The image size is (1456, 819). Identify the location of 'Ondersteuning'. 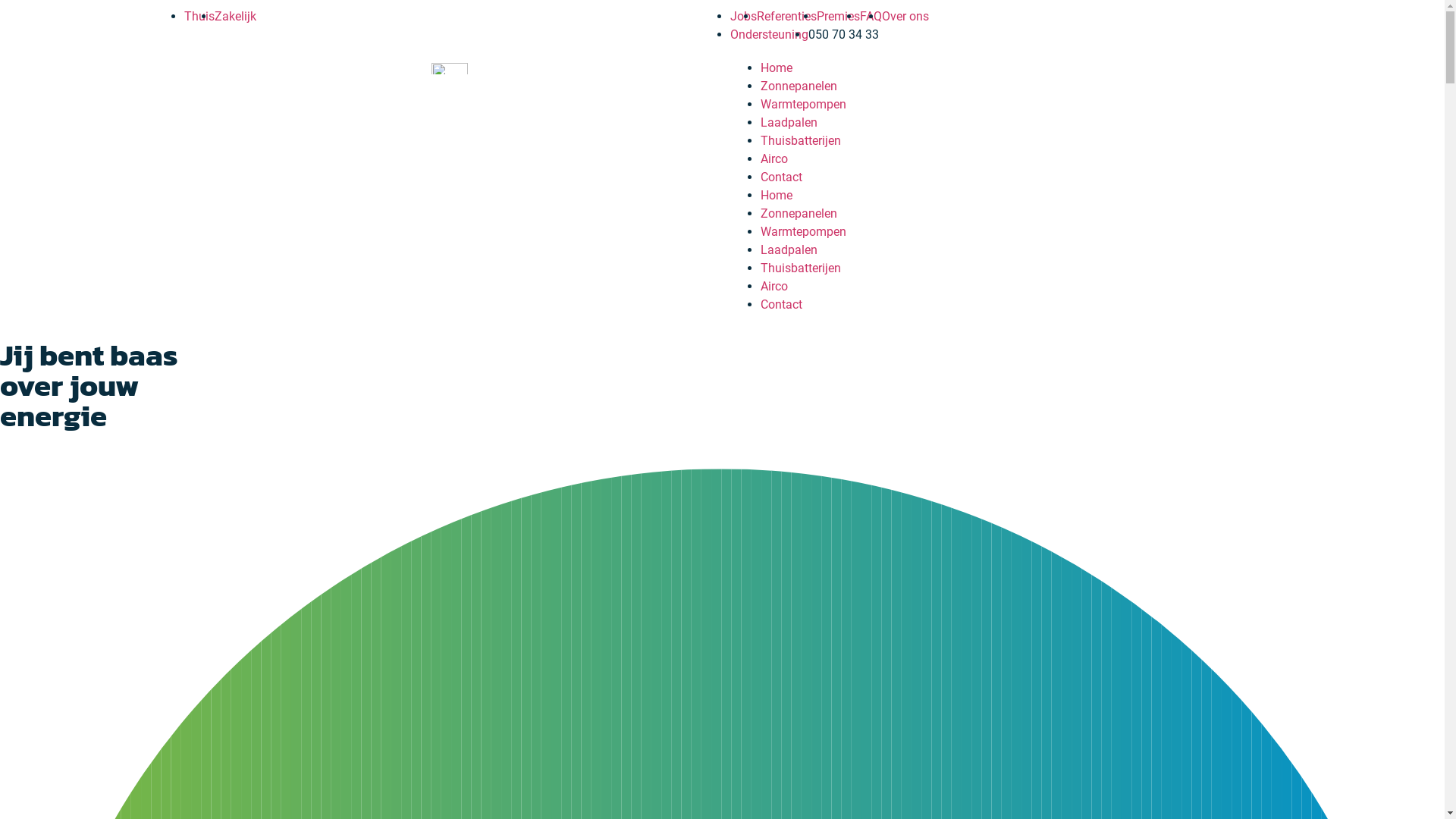
(768, 34).